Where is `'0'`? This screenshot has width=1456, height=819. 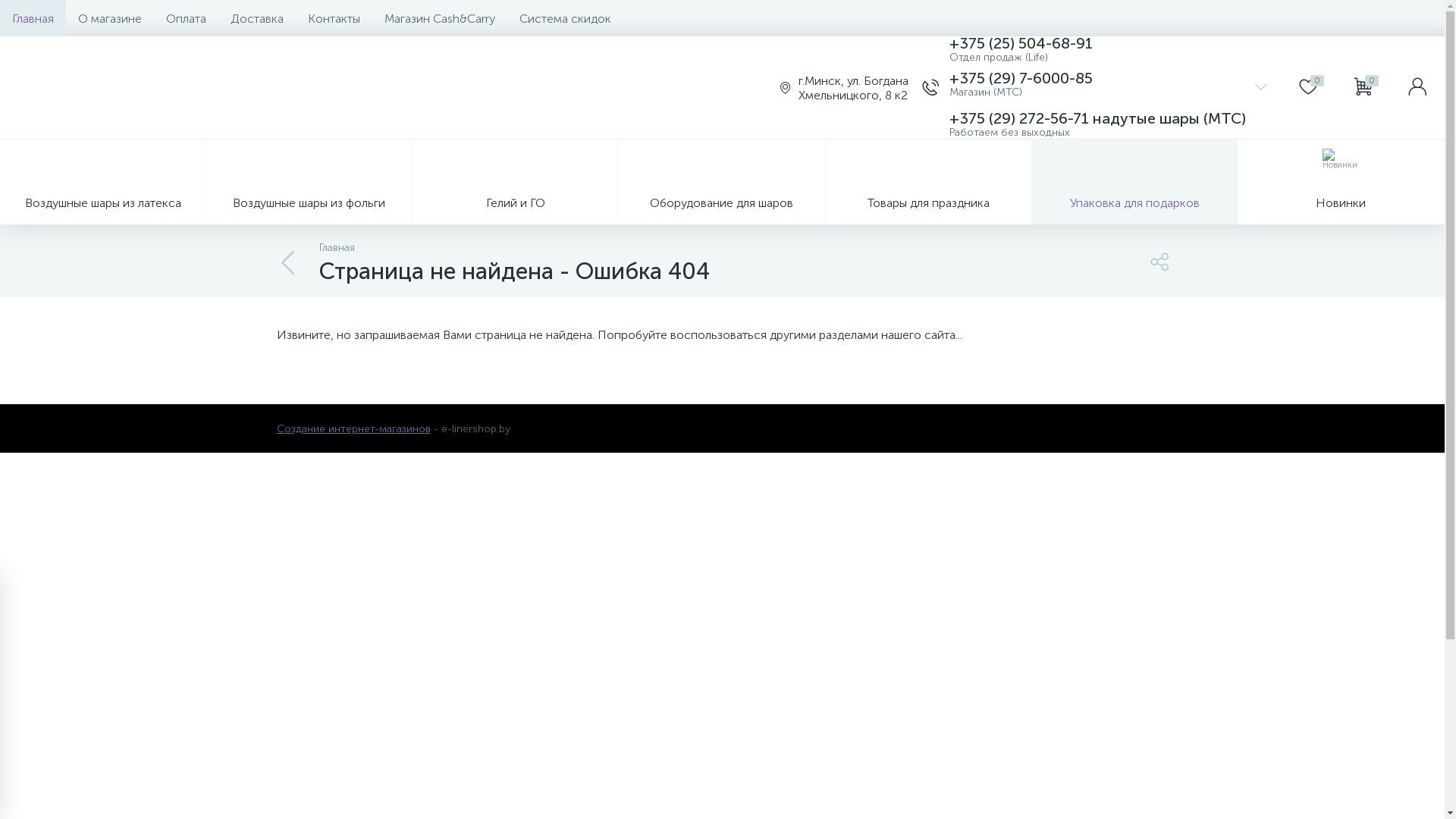 '0' is located at coordinates (1335, 87).